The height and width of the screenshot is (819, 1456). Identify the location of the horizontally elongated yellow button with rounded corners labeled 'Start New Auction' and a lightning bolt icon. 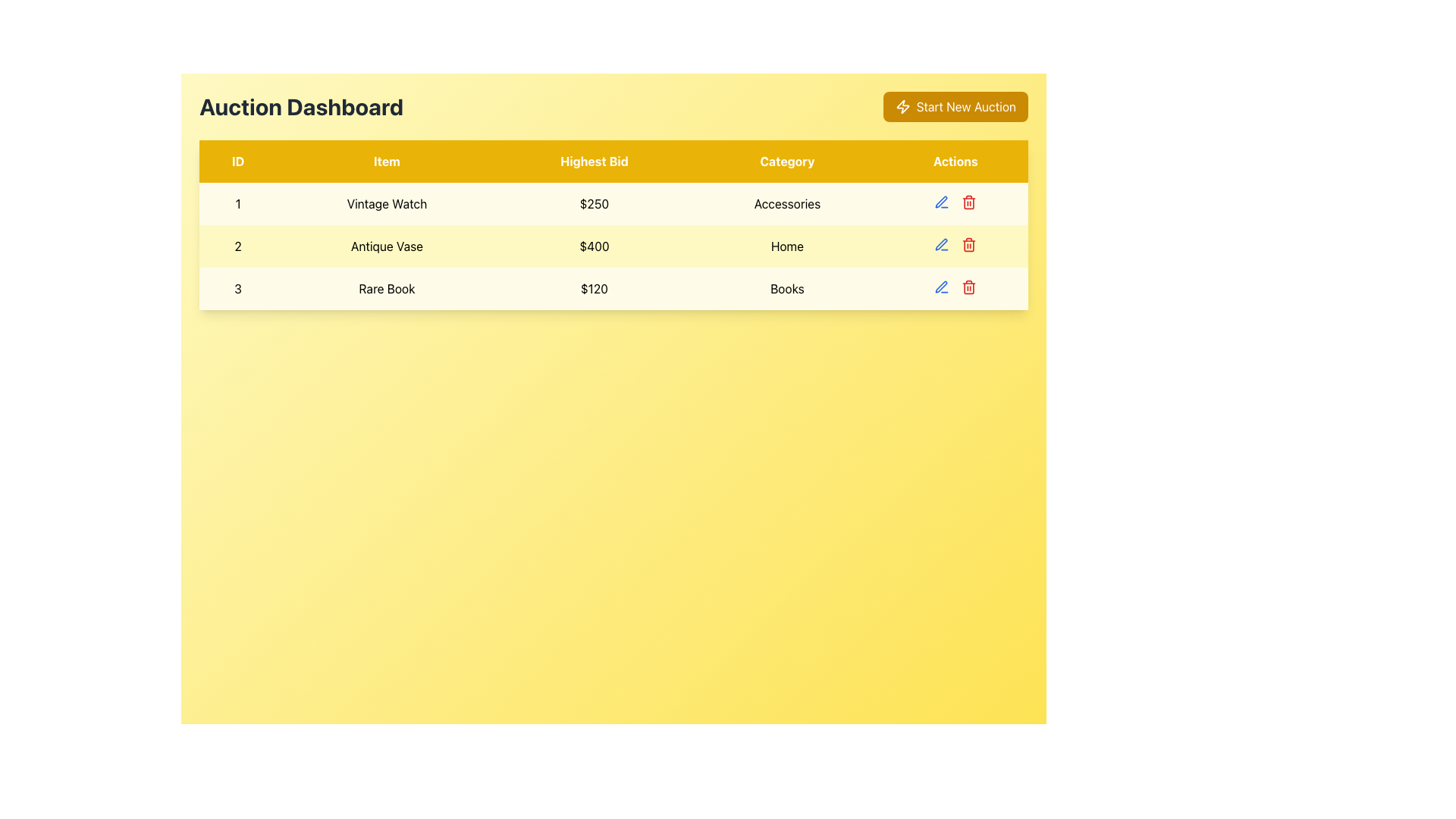
(954, 106).